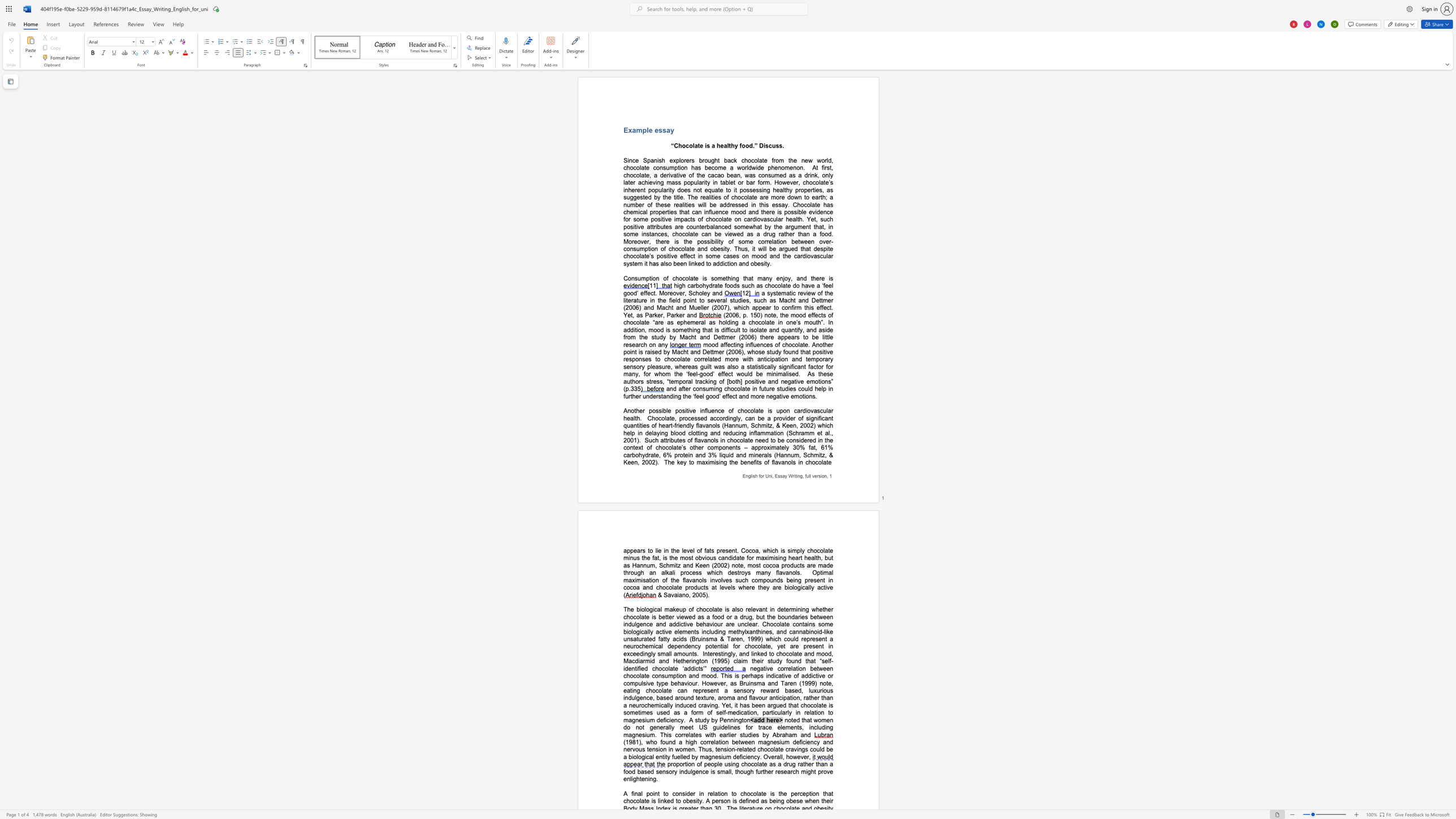 The image size is (1456, 819). What do you see at coordinates (696, 675) in the screenshot?
I see `the 1th character "d" in the text` at bounding box center [696, 675].